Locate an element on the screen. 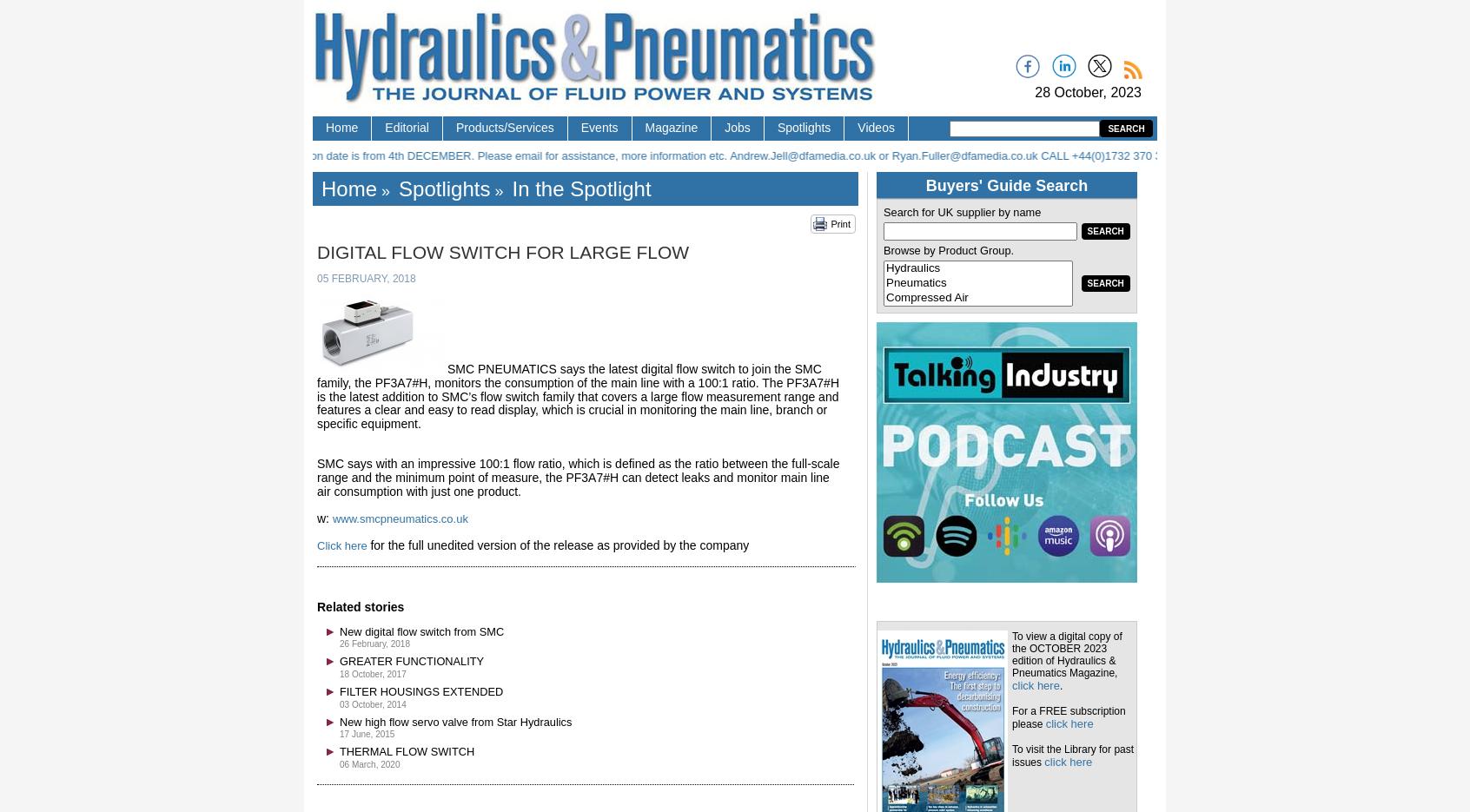 This screenshot has height=812, width=1470. 'SMC PNEUMATICS says the latest digital flow switch to join the SMC family, the PF3A7#H, monitors the consumption of the main line with a 100:1 ratio. The PF3A7#H is the latest addition to SMC’s flow switch family that covers a large flow measurement range and features a clear and easy to read display, which is crucial in monitoring the main line, branch or specific equipment.' is located at coordinates (578, 394).